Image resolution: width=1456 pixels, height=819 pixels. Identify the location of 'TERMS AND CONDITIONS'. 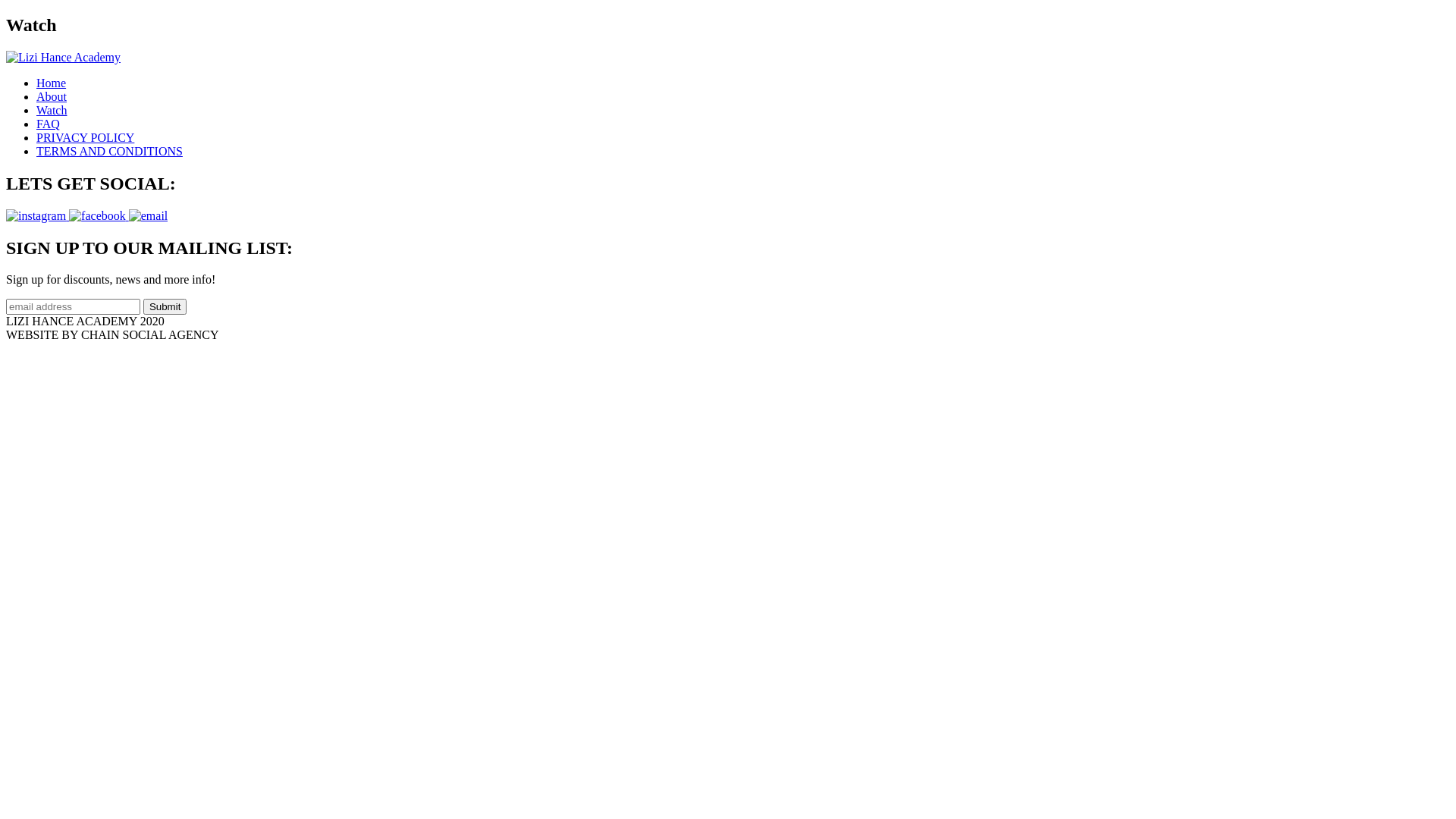
(108, 151).